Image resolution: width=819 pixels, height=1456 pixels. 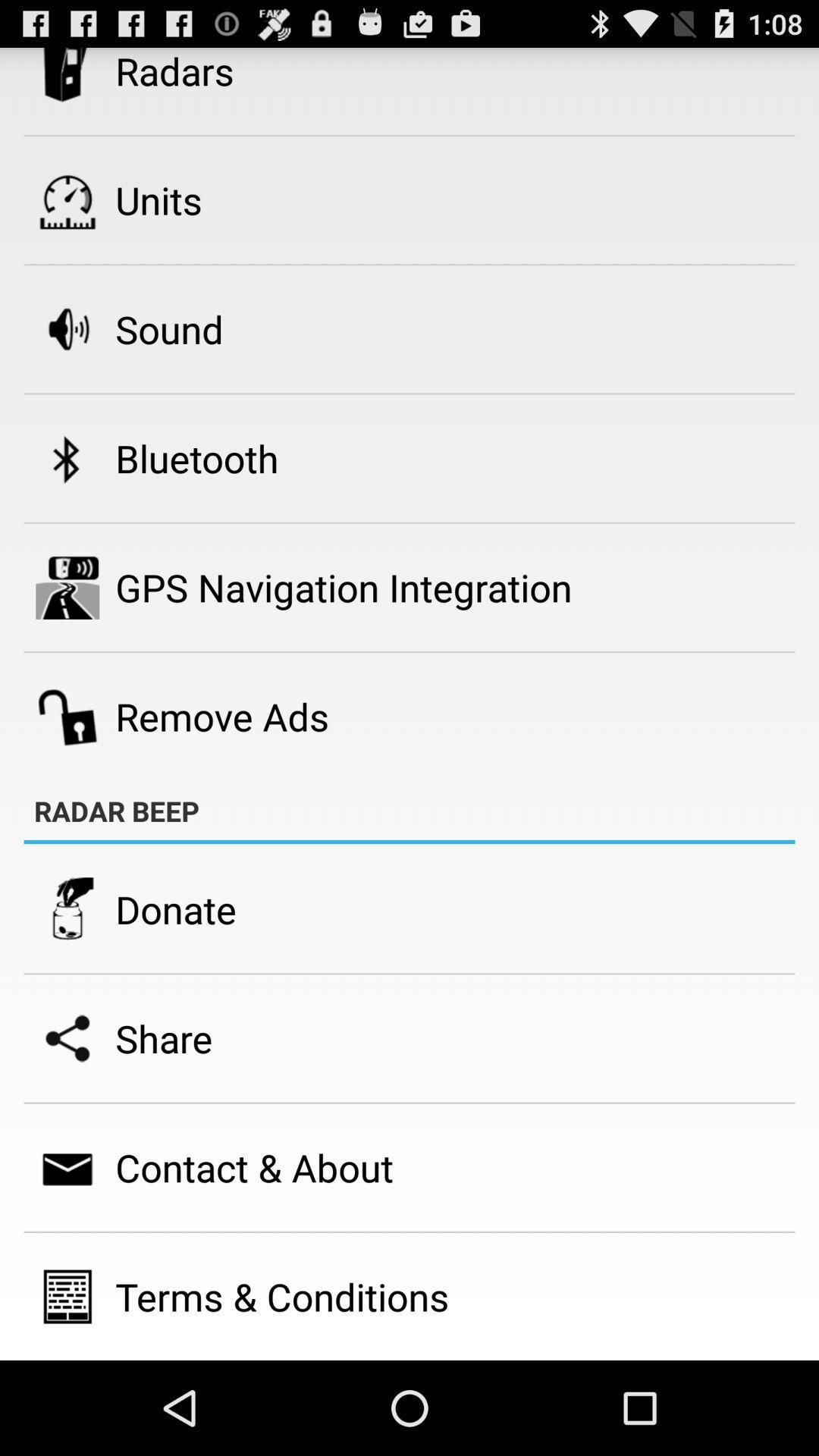 What do you see at coordinates (282, 1295) in the screenshot?
I see `the item below contact & about app` at bounding box center [282, 1295].